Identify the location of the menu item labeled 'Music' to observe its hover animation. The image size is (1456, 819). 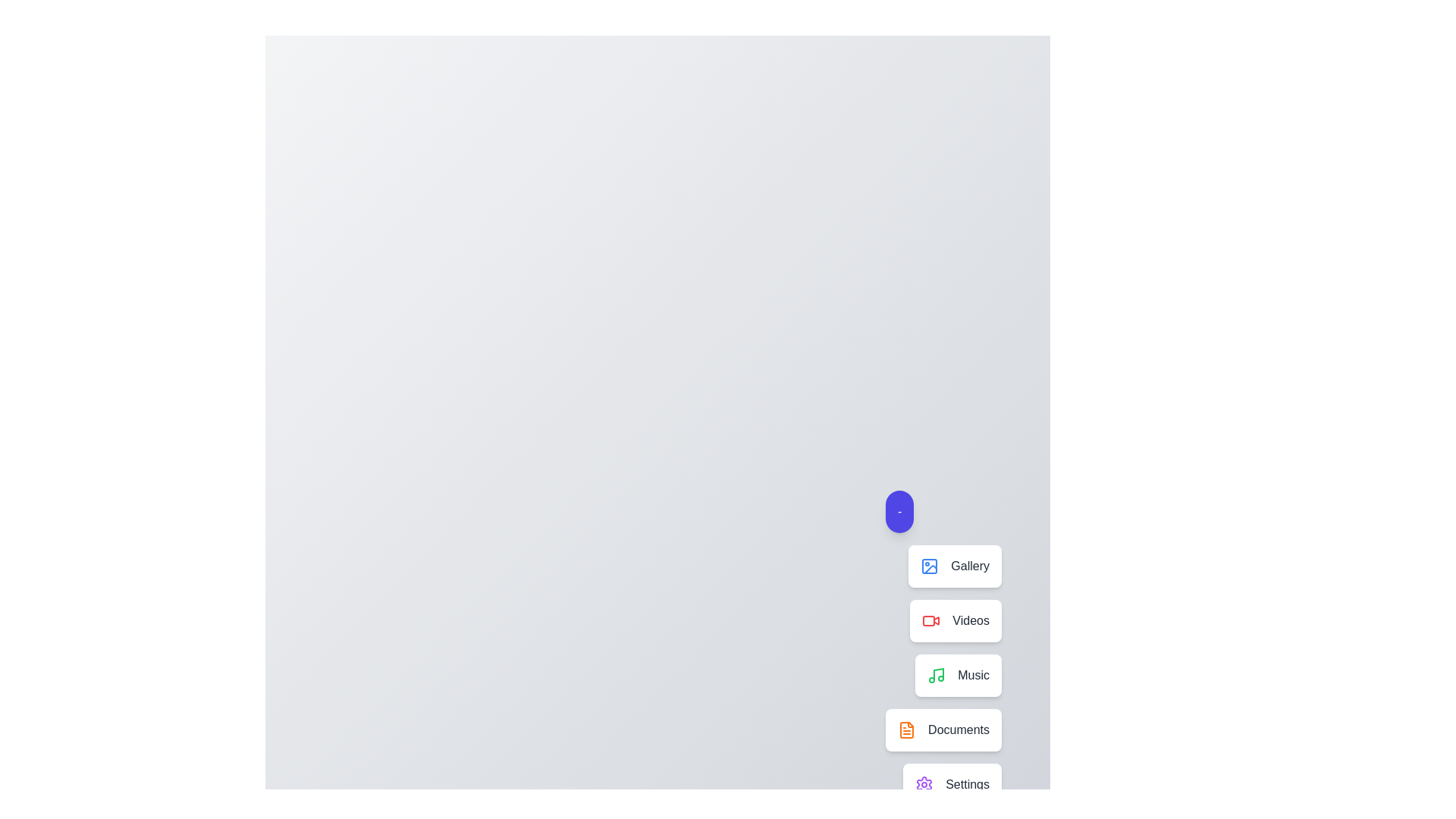
(958, 675).